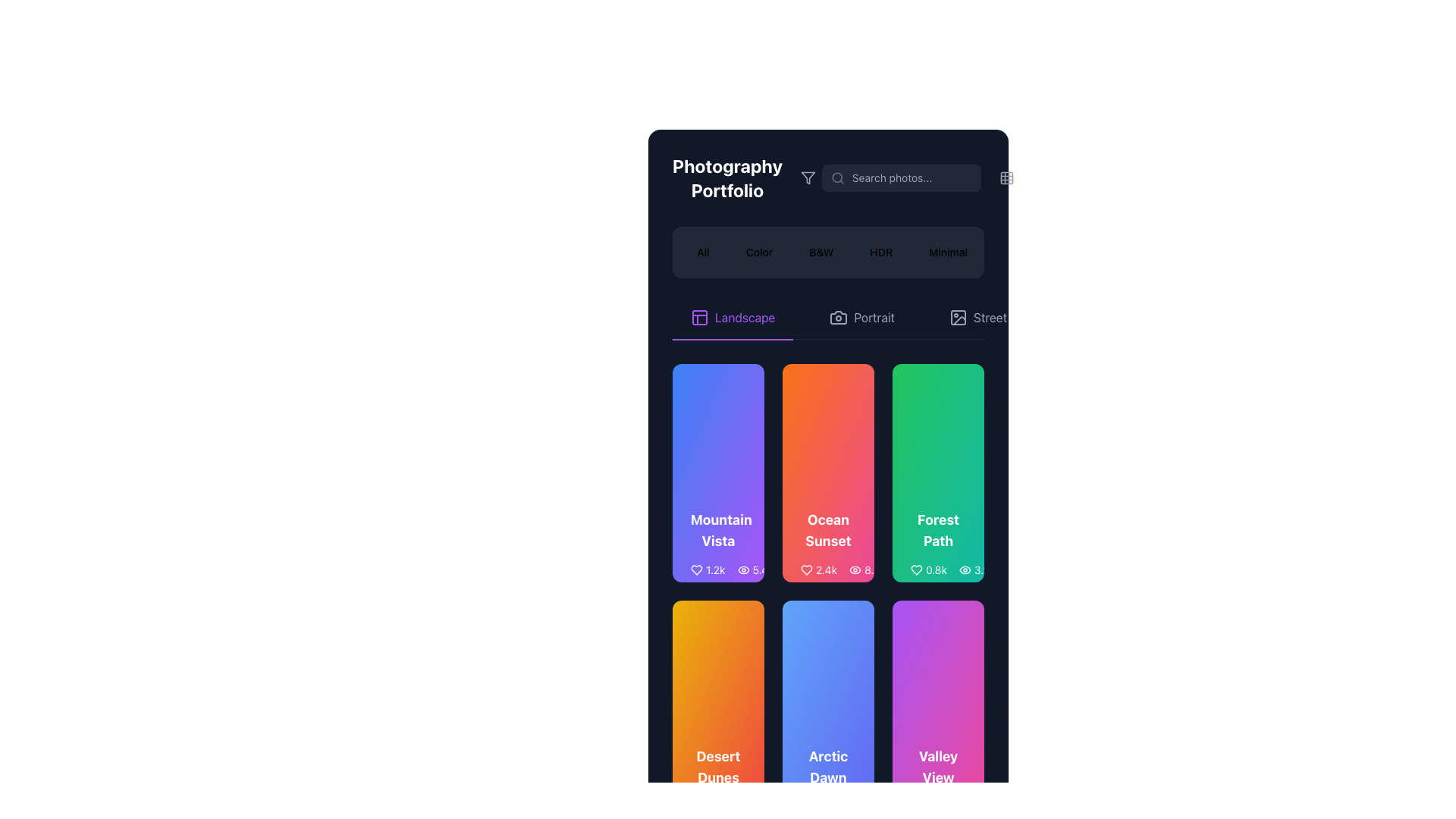 This screenshot has height=819, width=1456. What do you see at coordinates (881, 251) in the screenshot?
I see `the 'HDR' button, which is the fourth button in a horizontal row of five buttons` at bounding box center [881, 251].